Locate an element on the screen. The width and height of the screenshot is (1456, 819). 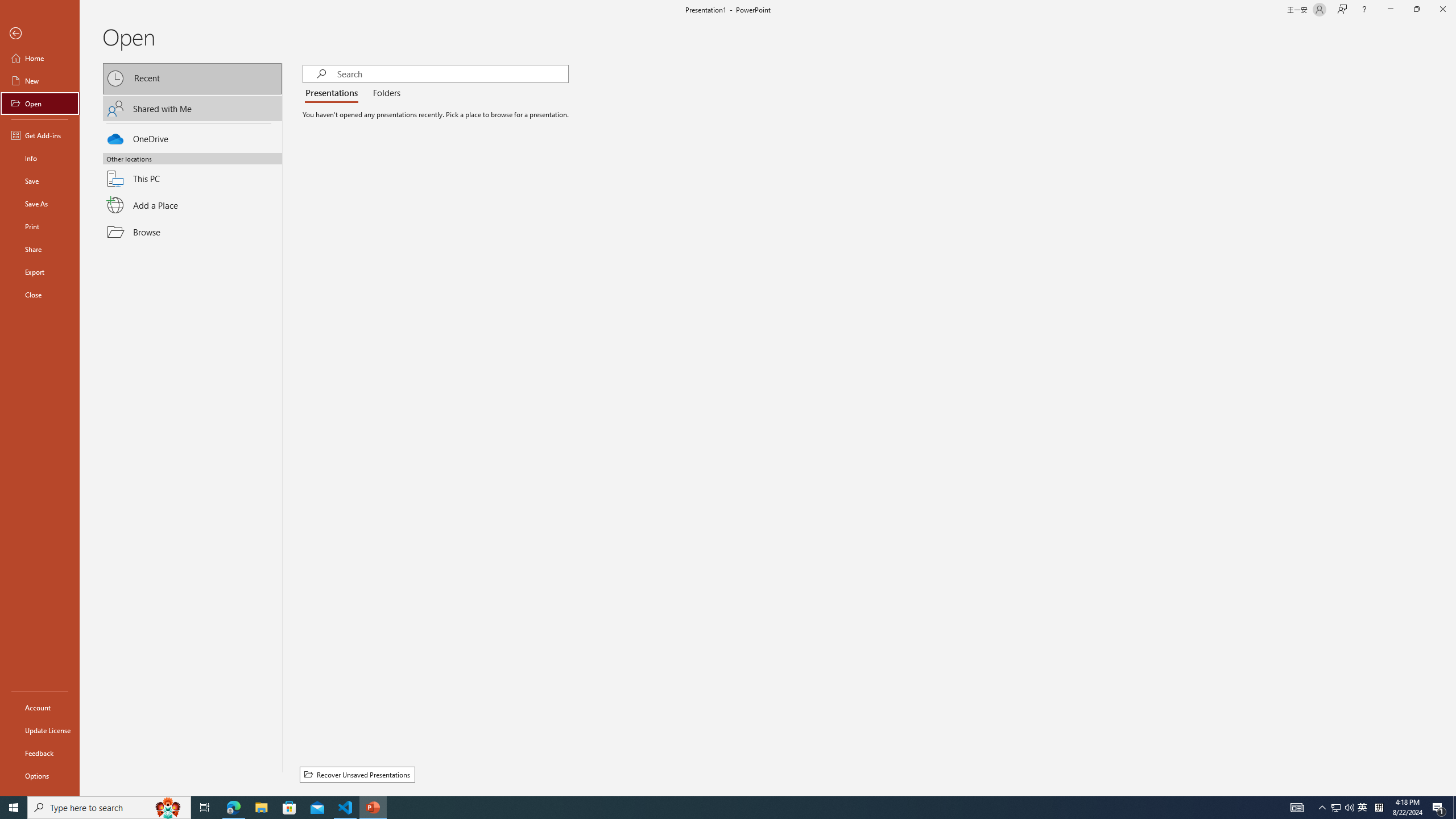
'Options' is located at coordinates (39, 775).